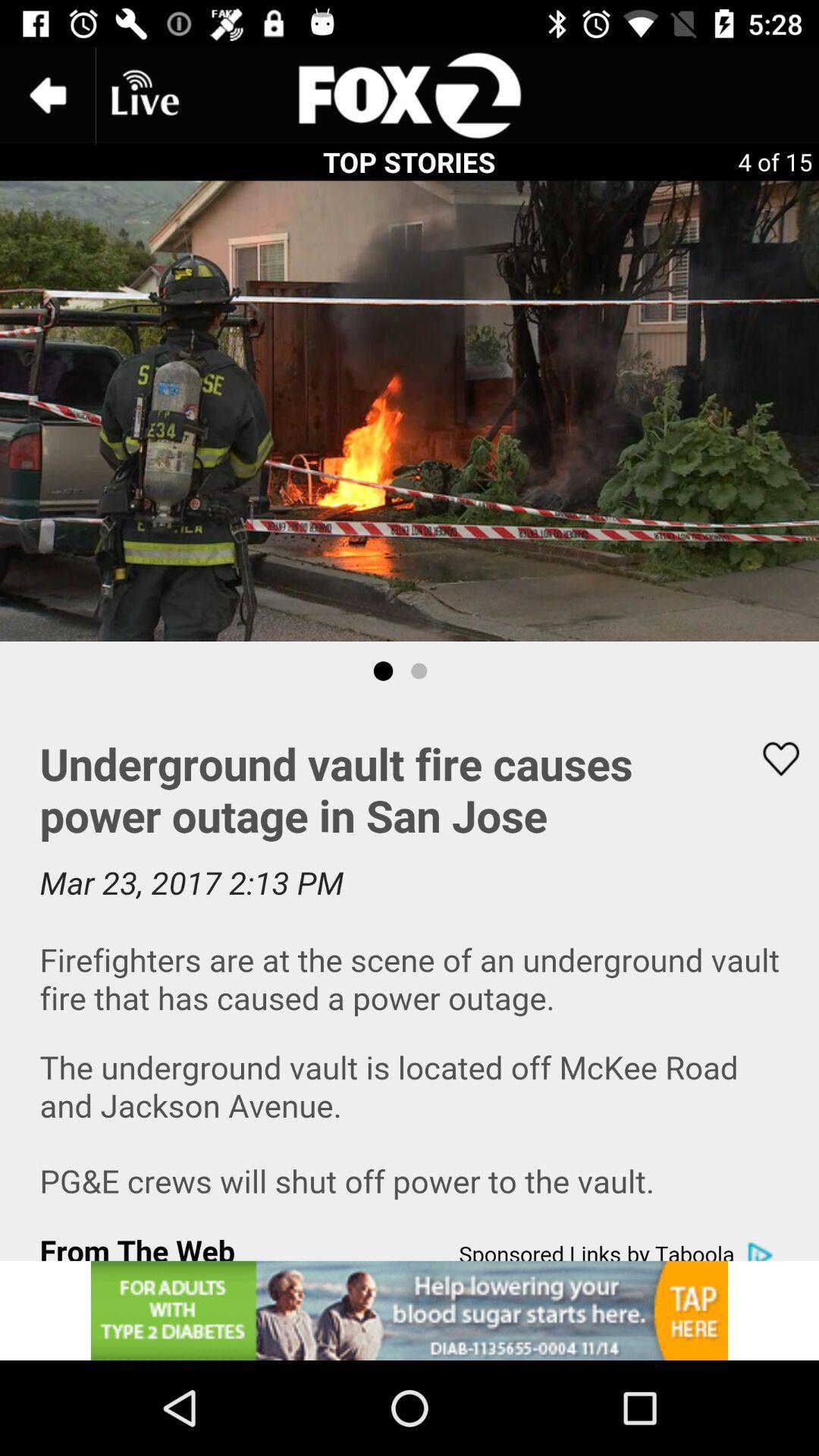 The height and width of the screenshot is (1456, 819). I want to click on the arrow_backward icon, so click(46, 94).